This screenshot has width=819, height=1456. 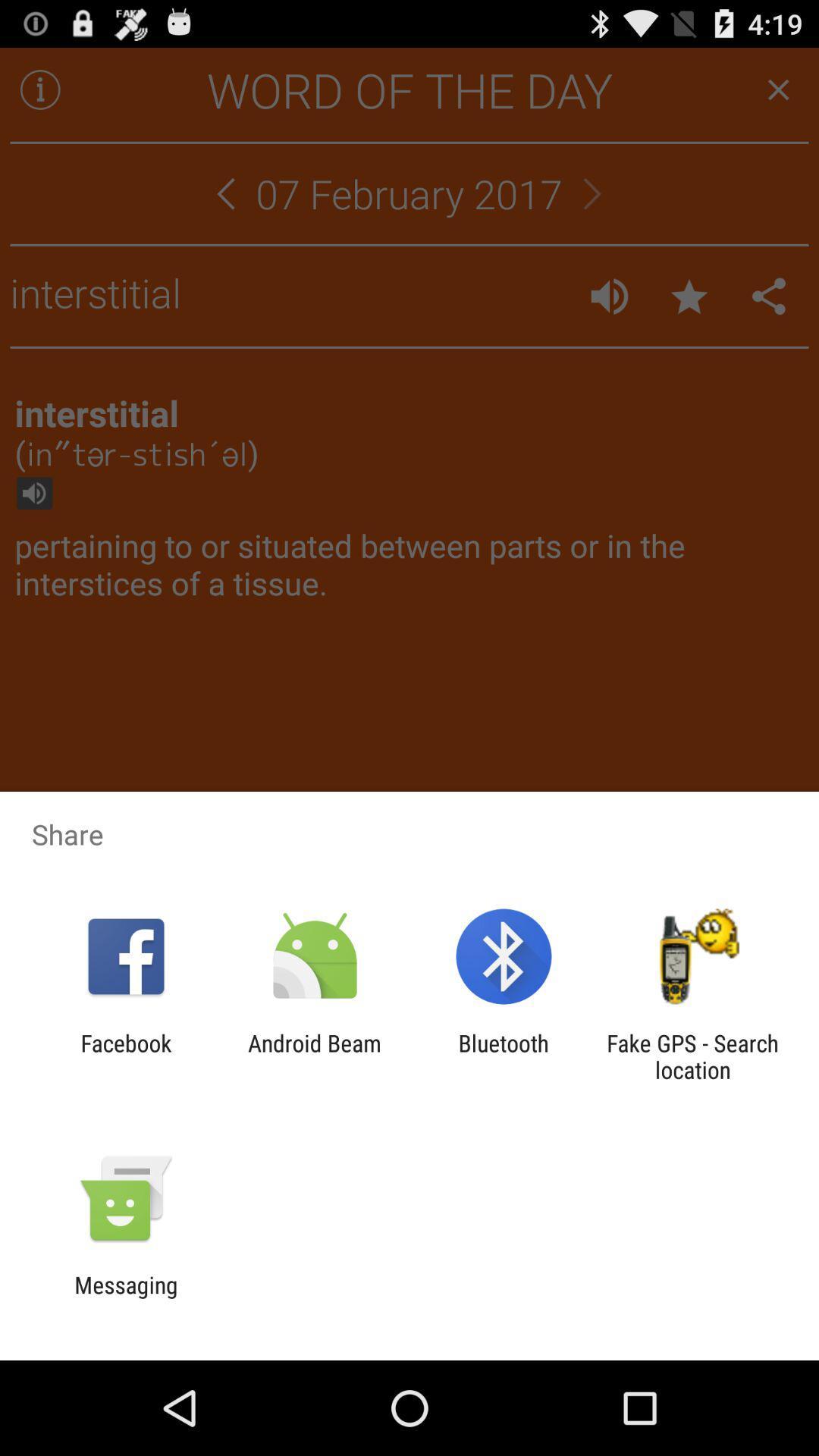 I want to click on fake gps search icon, so click(x=692, y=1056).